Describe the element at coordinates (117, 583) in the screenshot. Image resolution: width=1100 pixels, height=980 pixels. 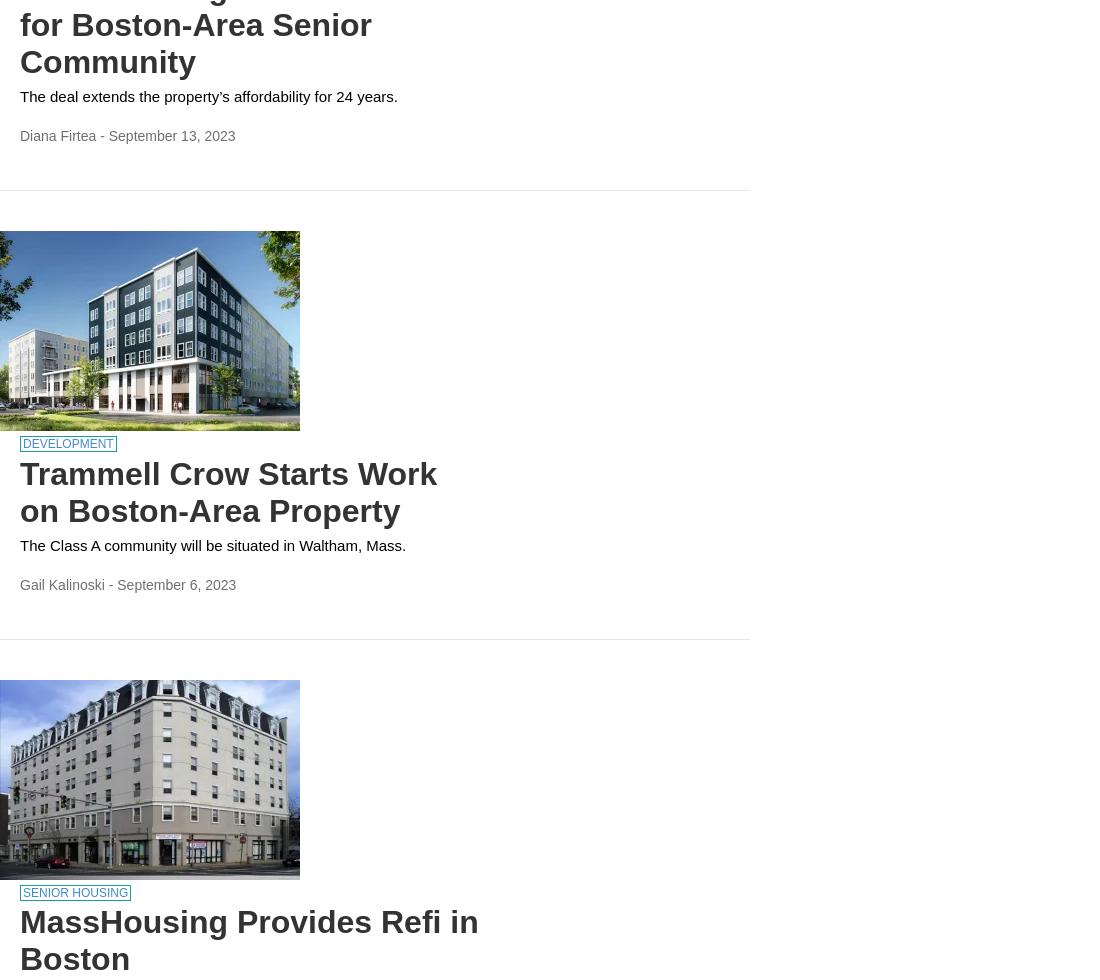
I see `'September 6, 2023'` at that location.